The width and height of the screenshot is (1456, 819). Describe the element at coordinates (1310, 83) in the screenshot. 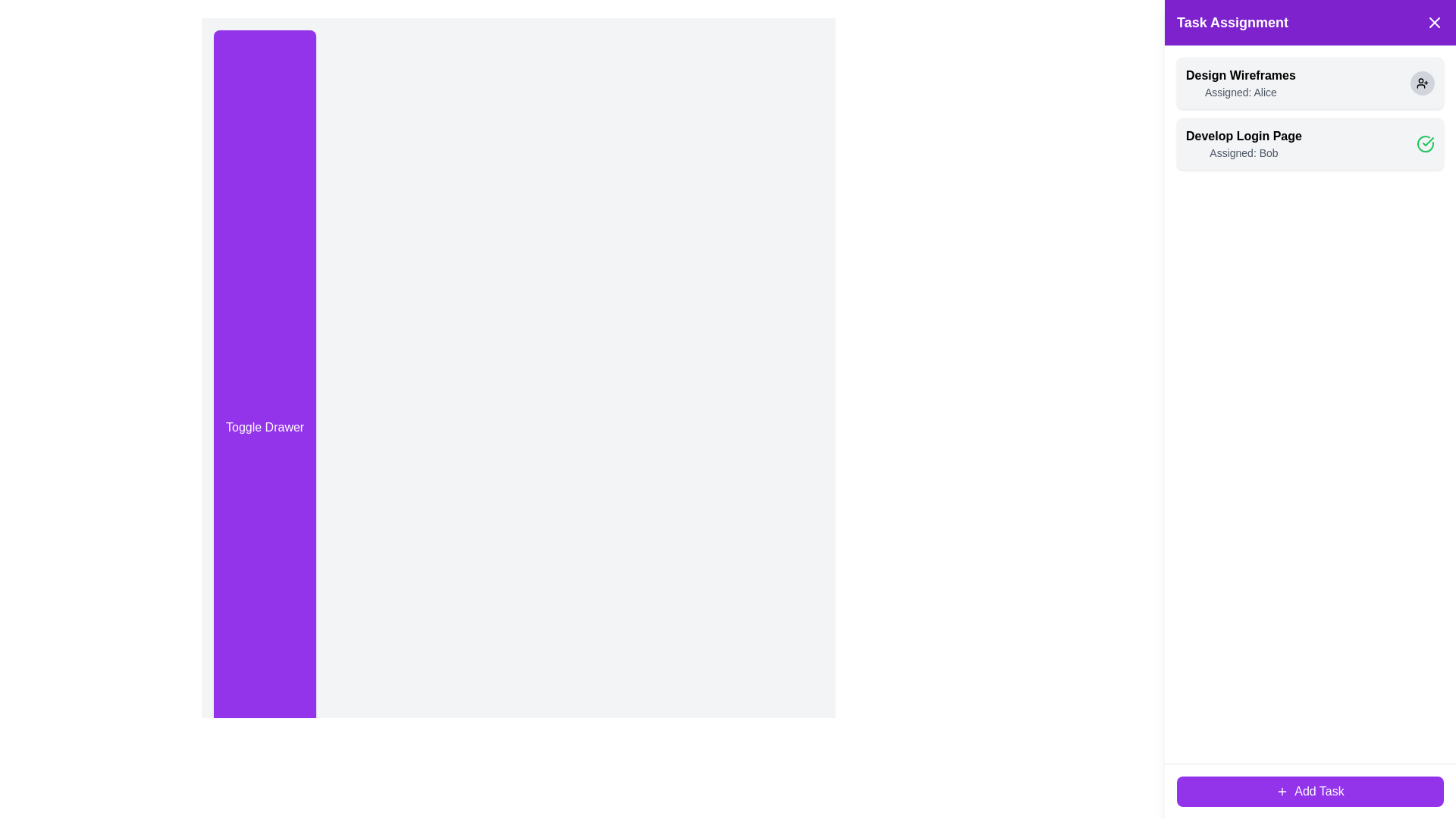

I see `the first task item` at that location.